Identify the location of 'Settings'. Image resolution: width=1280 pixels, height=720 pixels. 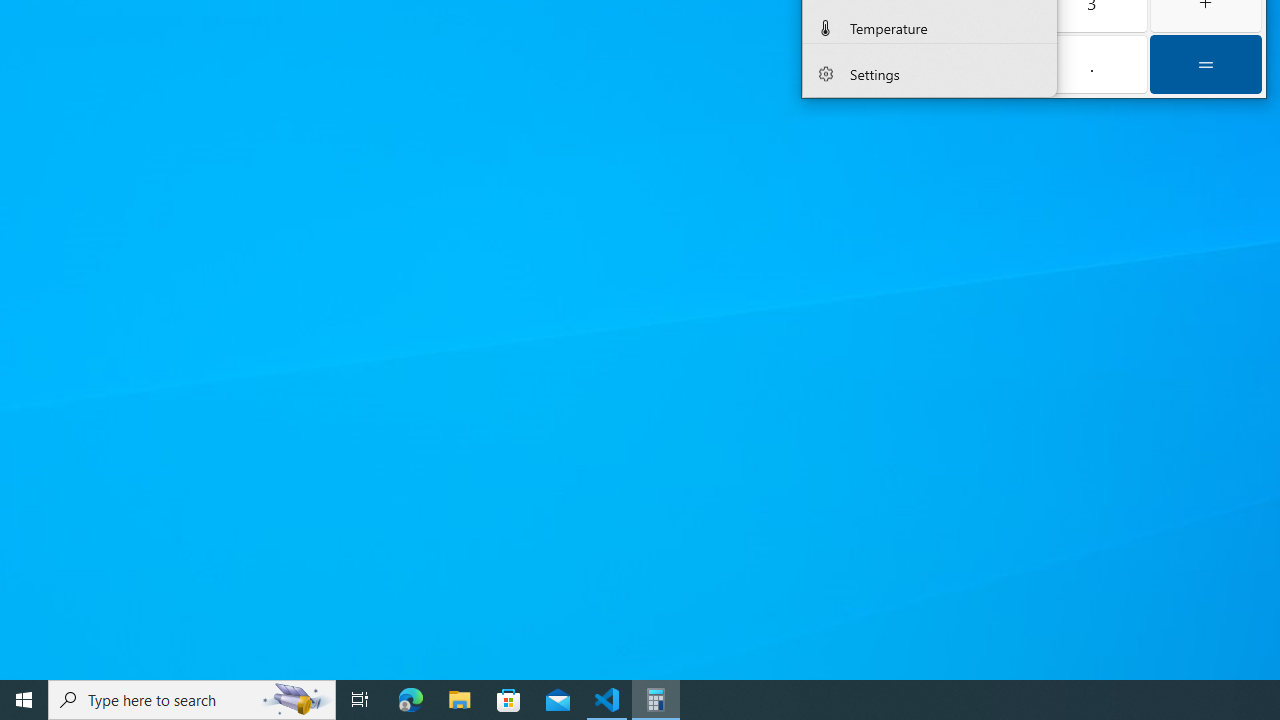
(928, 73).